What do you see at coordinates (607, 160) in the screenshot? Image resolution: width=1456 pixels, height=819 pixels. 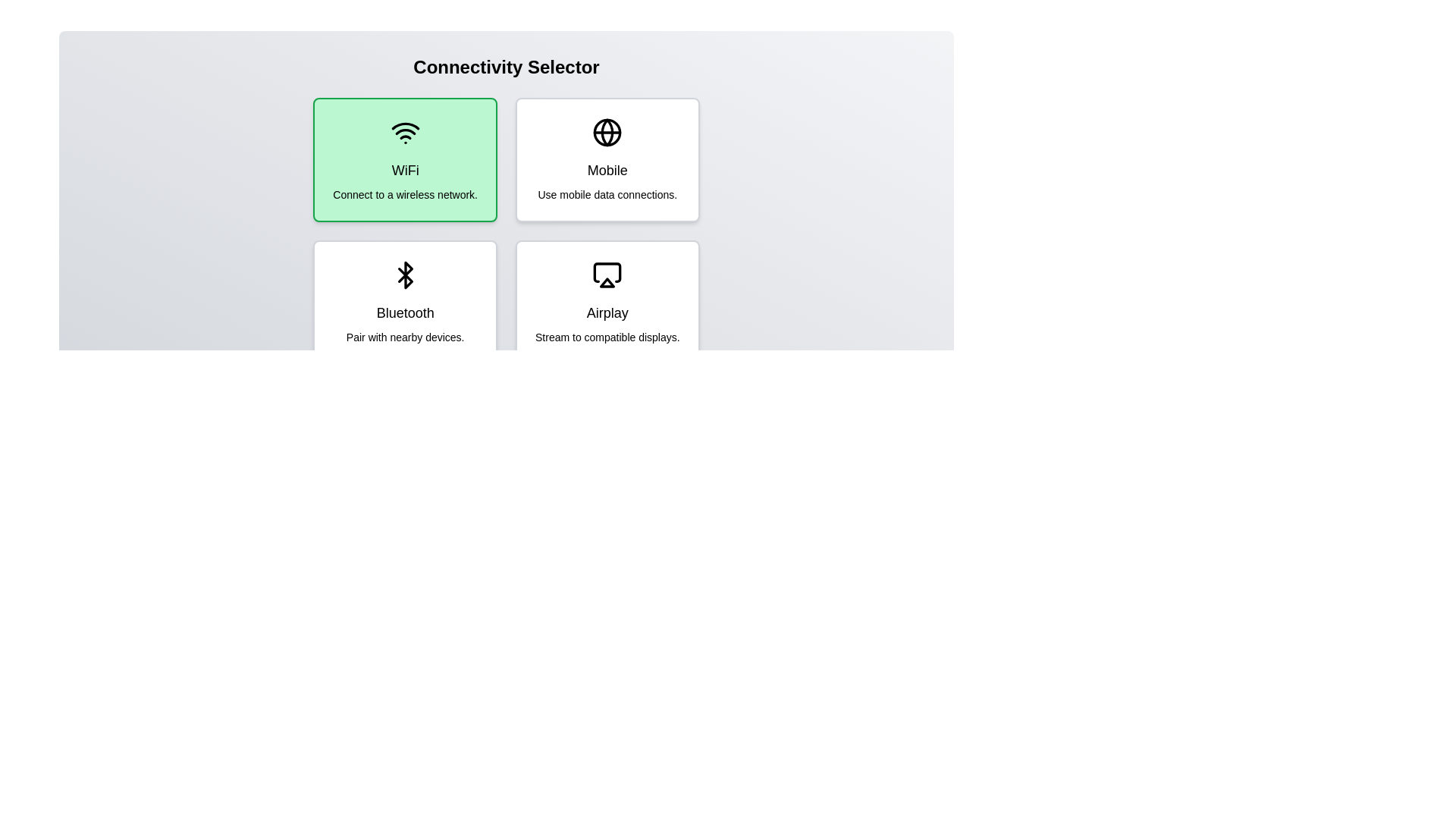 I see `the connectivity option Mobile` at bounding box center [607, 160].